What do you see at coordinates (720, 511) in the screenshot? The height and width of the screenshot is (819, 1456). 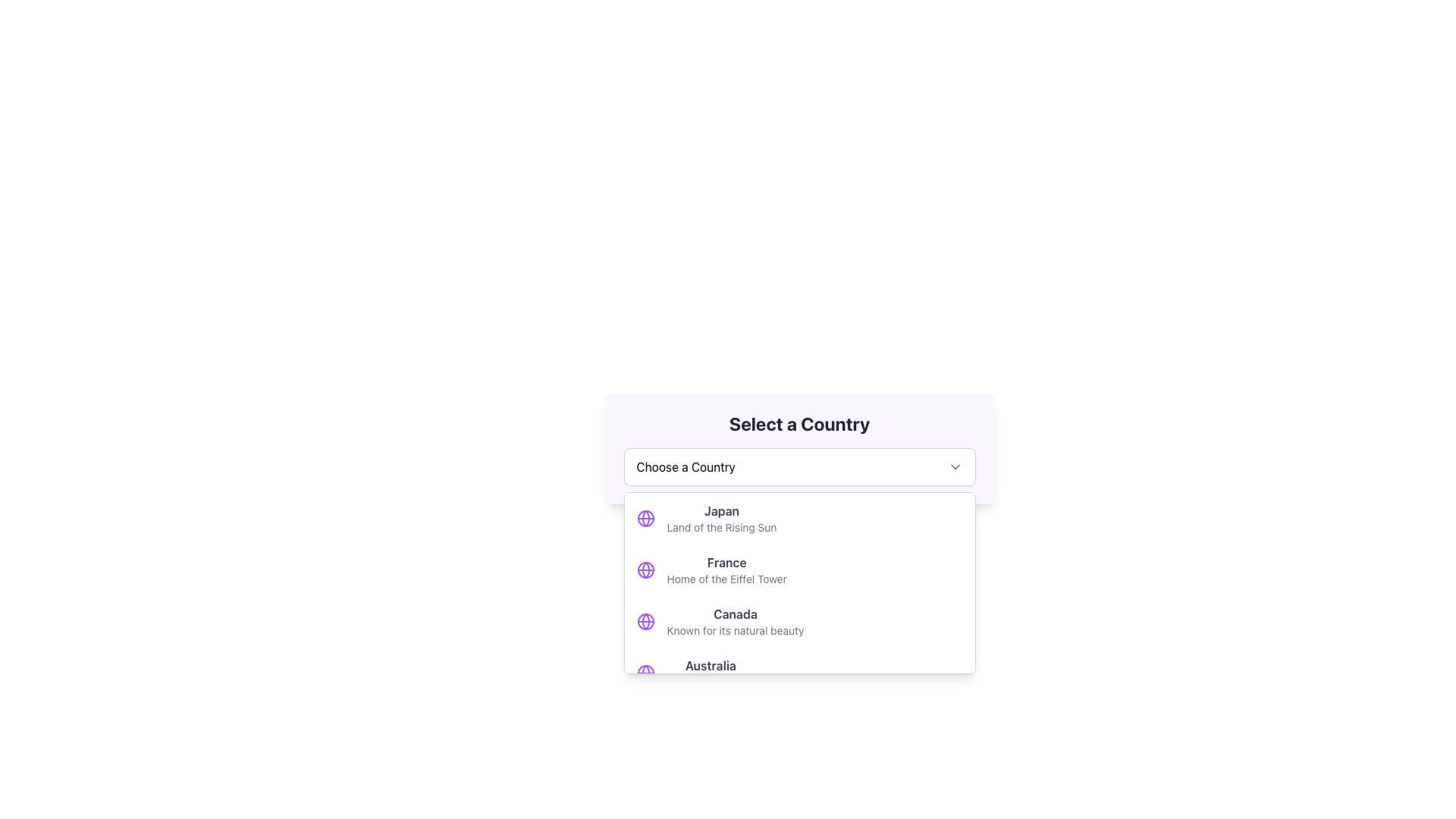 I see `the text label displaying 'Japan' in bold, dark gray font` at bounding box center [720, 511].